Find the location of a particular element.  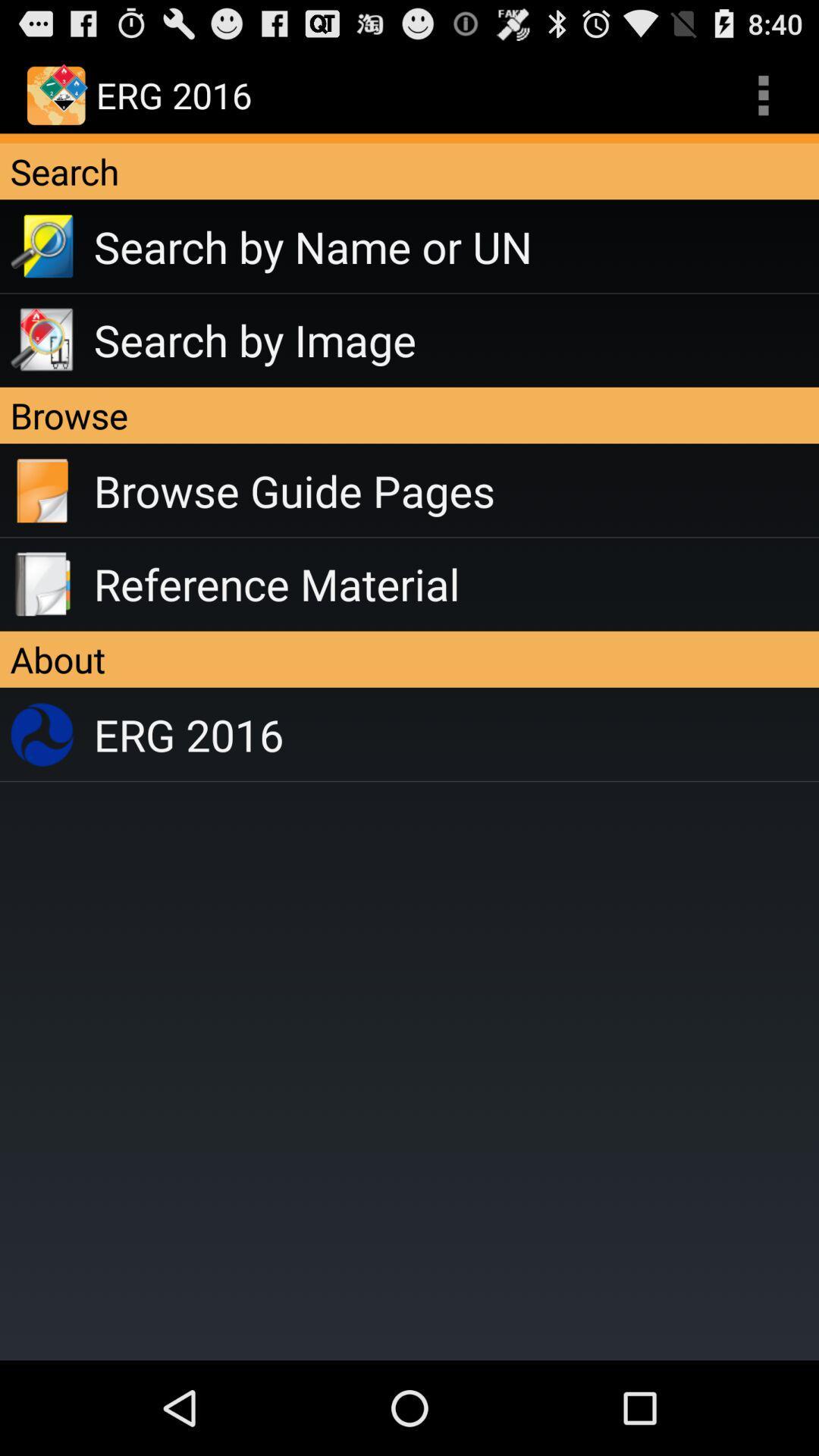

the item at the top right corner is located at coordinates (763, 94).